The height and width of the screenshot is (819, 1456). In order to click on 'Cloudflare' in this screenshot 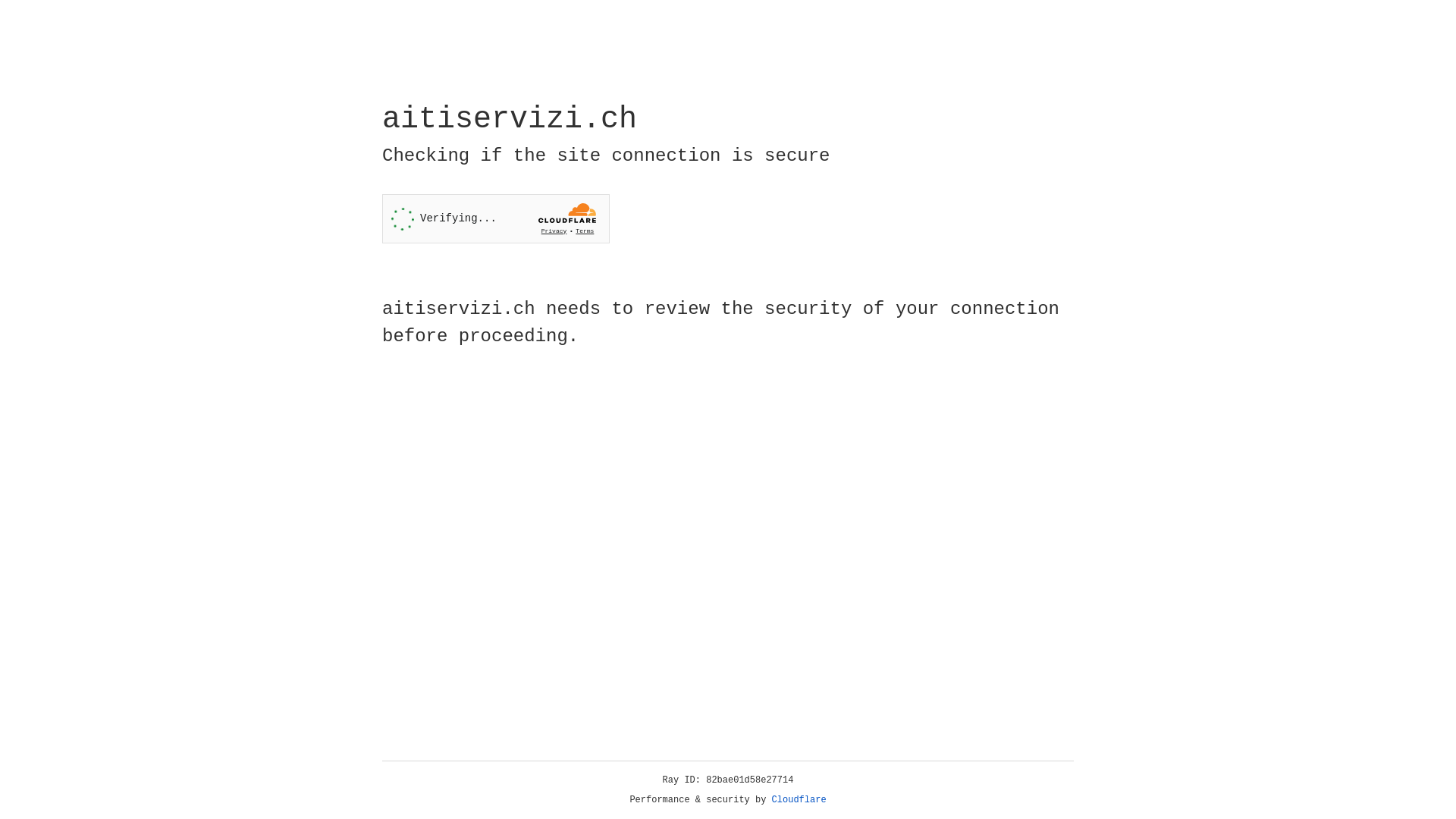, I will do `click(799, 799)`.